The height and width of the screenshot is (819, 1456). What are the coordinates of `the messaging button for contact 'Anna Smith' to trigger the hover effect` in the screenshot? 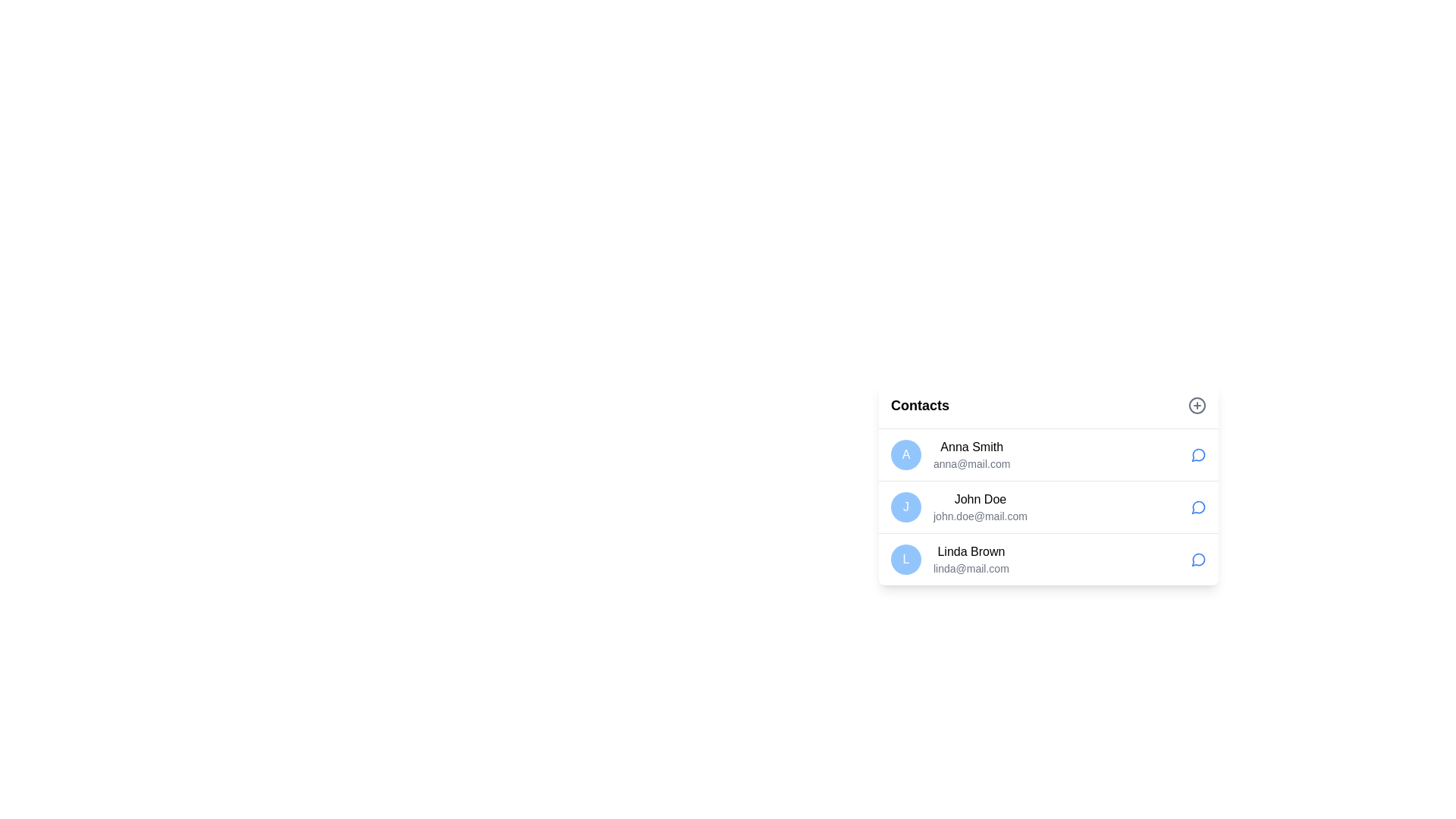 It's located at (1197, 454).